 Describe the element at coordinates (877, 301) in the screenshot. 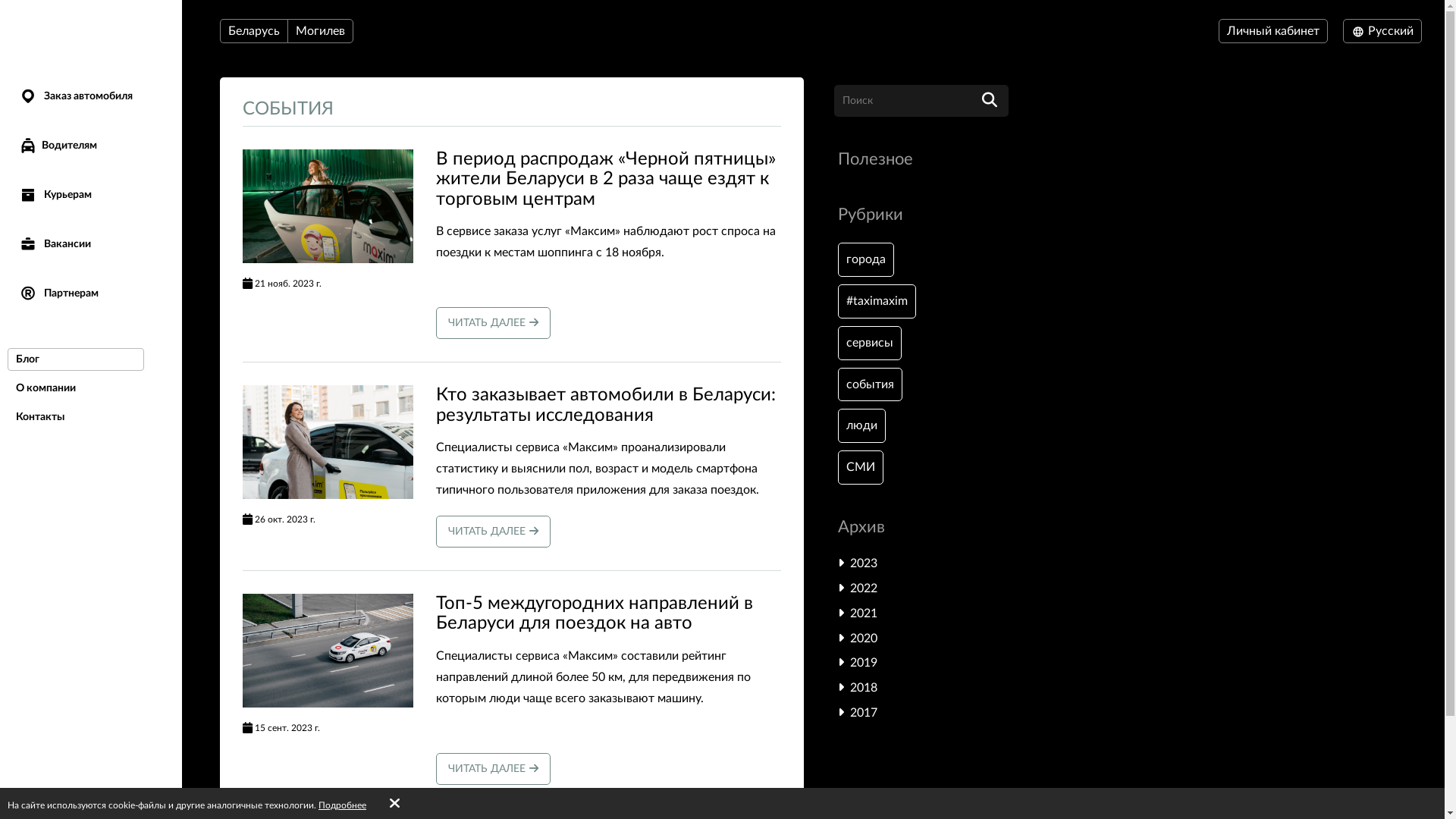

I see `'#taximaxim'` at that location.